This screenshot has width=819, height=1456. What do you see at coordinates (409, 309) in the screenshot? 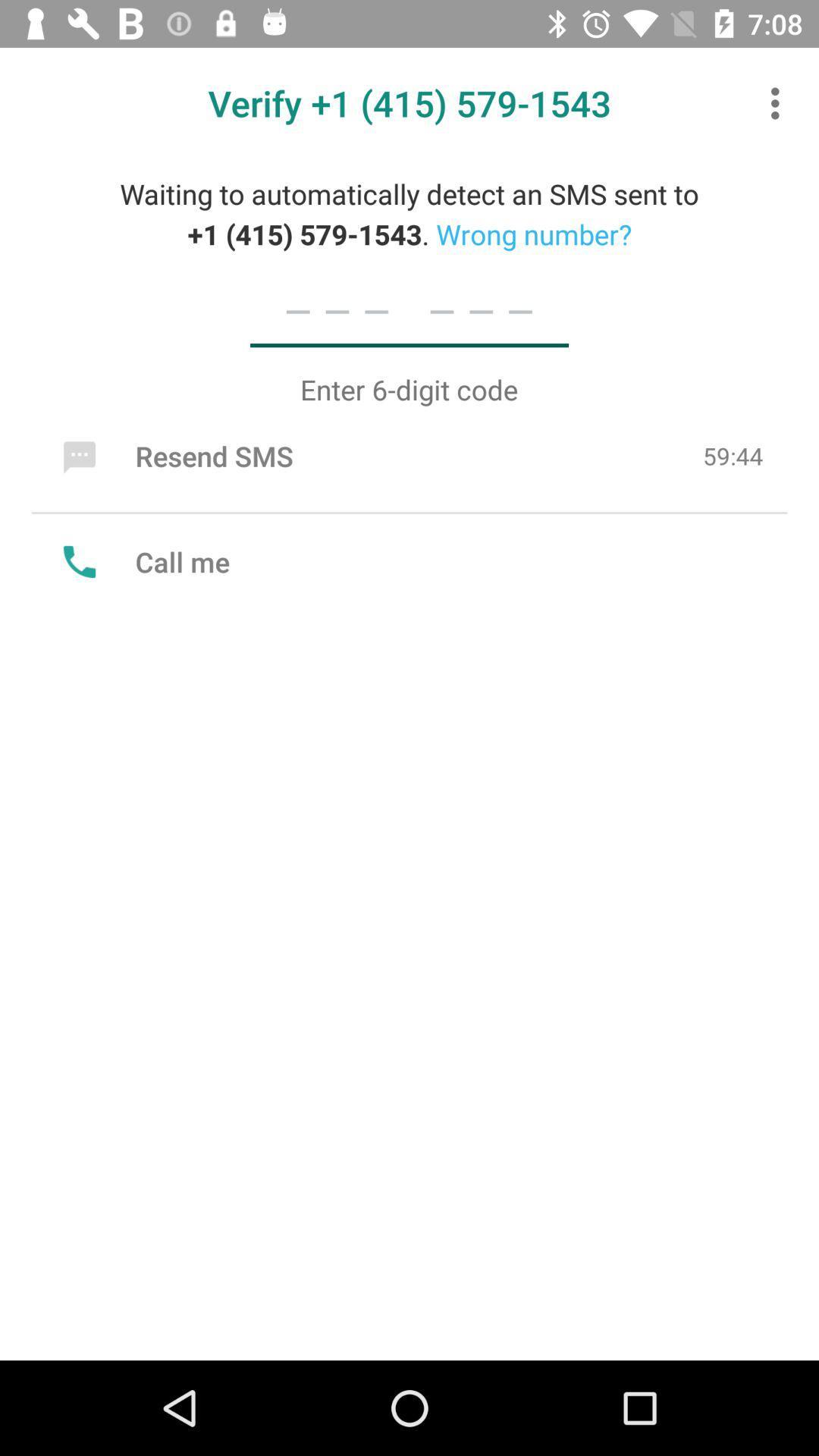
I see `item below waiting to automatically` at bounding box center [409, 309].